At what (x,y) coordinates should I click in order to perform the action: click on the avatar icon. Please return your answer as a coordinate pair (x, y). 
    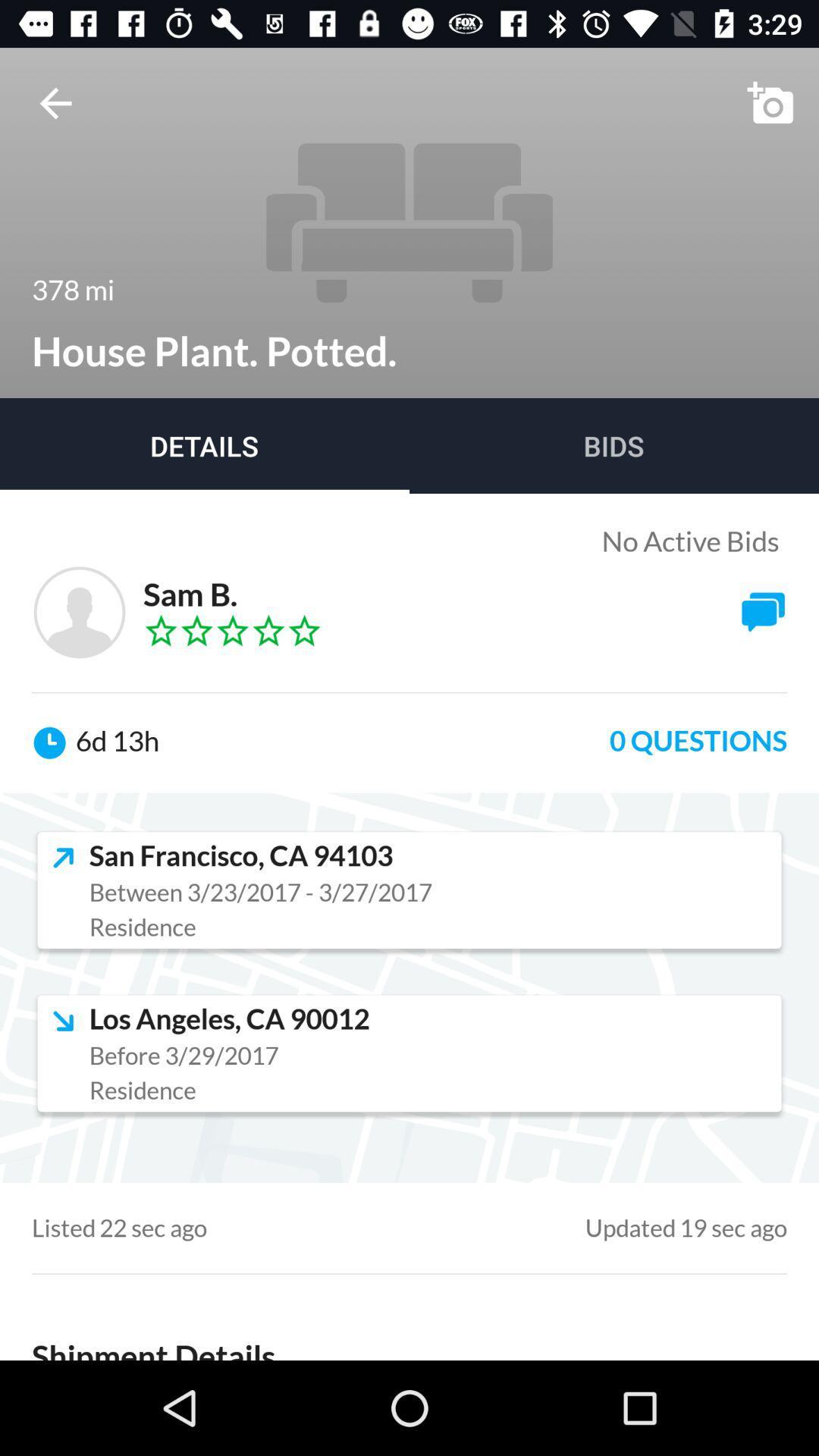
    Looking at the image, I should click on (87, 612).